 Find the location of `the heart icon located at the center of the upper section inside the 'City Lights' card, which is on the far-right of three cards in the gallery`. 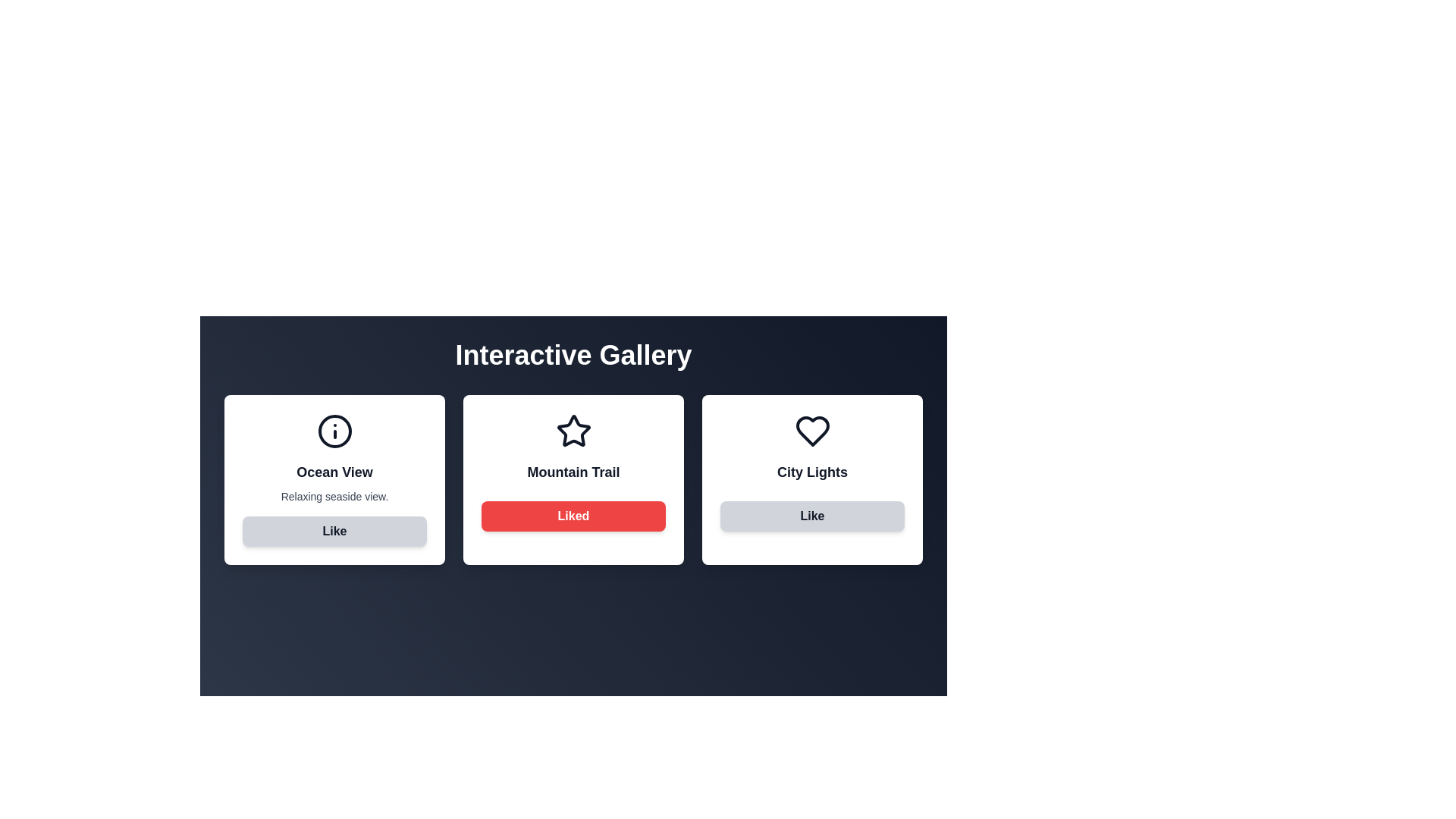

the heart icon located at the center of the upper section inside the 'City Lights' card, which is on the far-right of three cards in the gallery is located at coordinates (811, 431).